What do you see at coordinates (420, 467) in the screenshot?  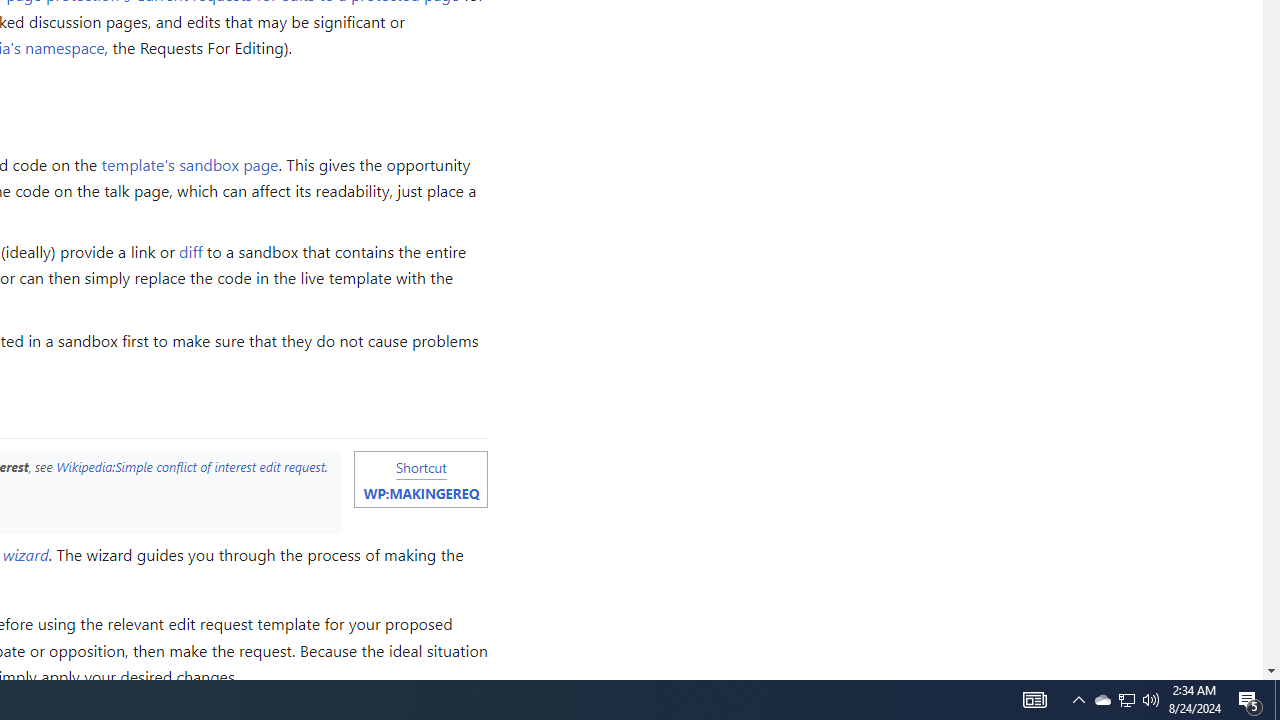 I see `'Shortcut'` at bounding box center [420, 467].